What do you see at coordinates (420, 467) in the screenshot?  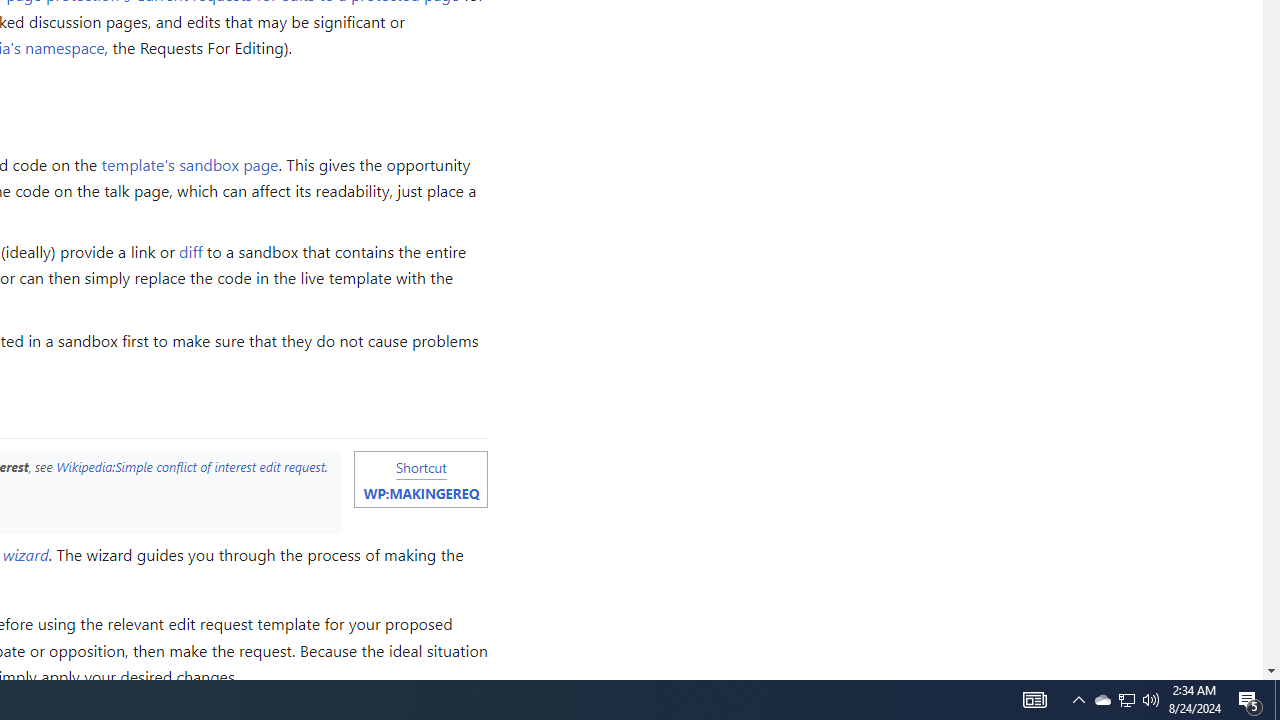 I see `'Shortcut'` at bounding box center [420, 467].